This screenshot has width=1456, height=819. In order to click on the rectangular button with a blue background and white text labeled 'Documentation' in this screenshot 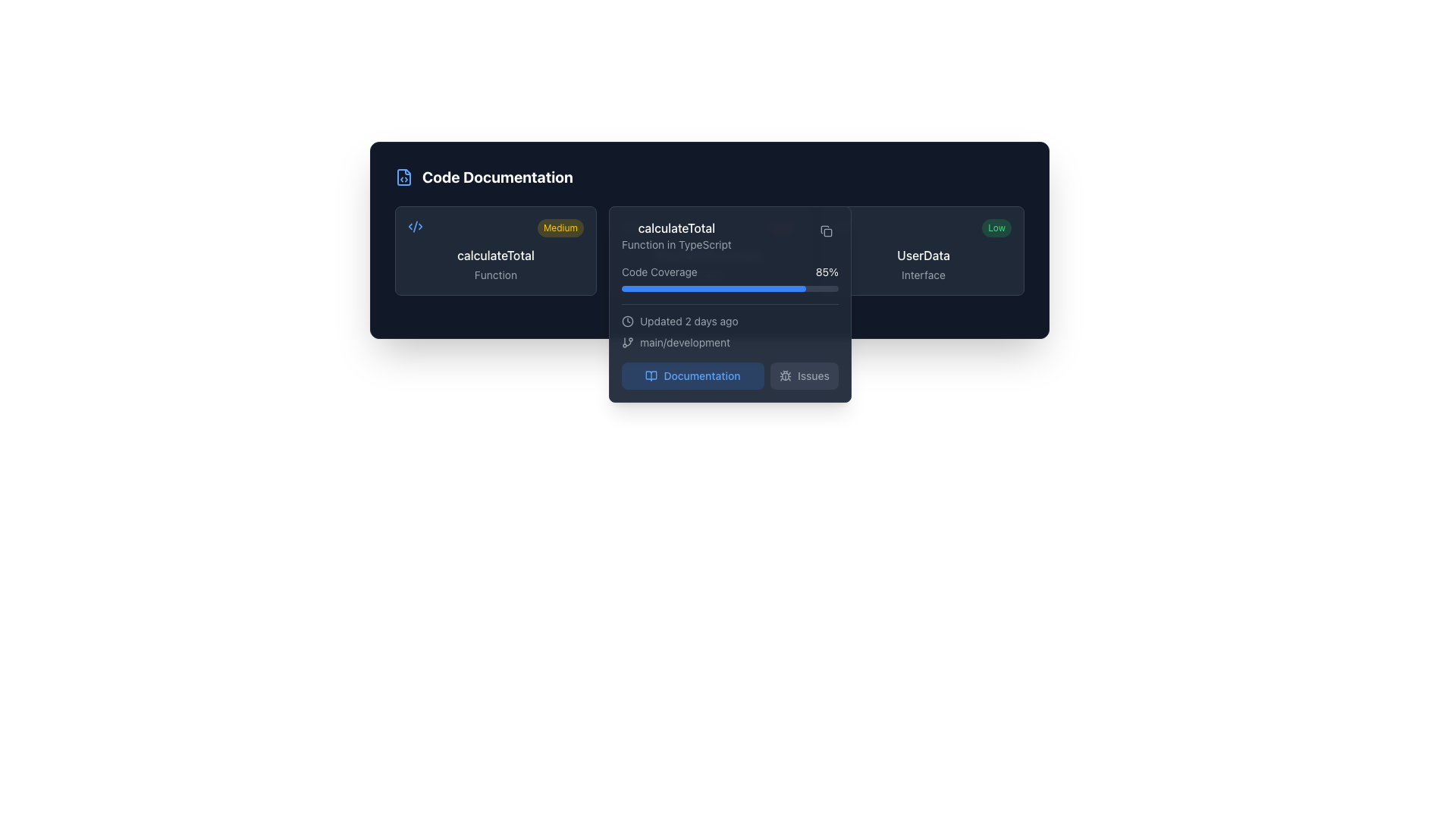, I will do `click(692, 375)`.